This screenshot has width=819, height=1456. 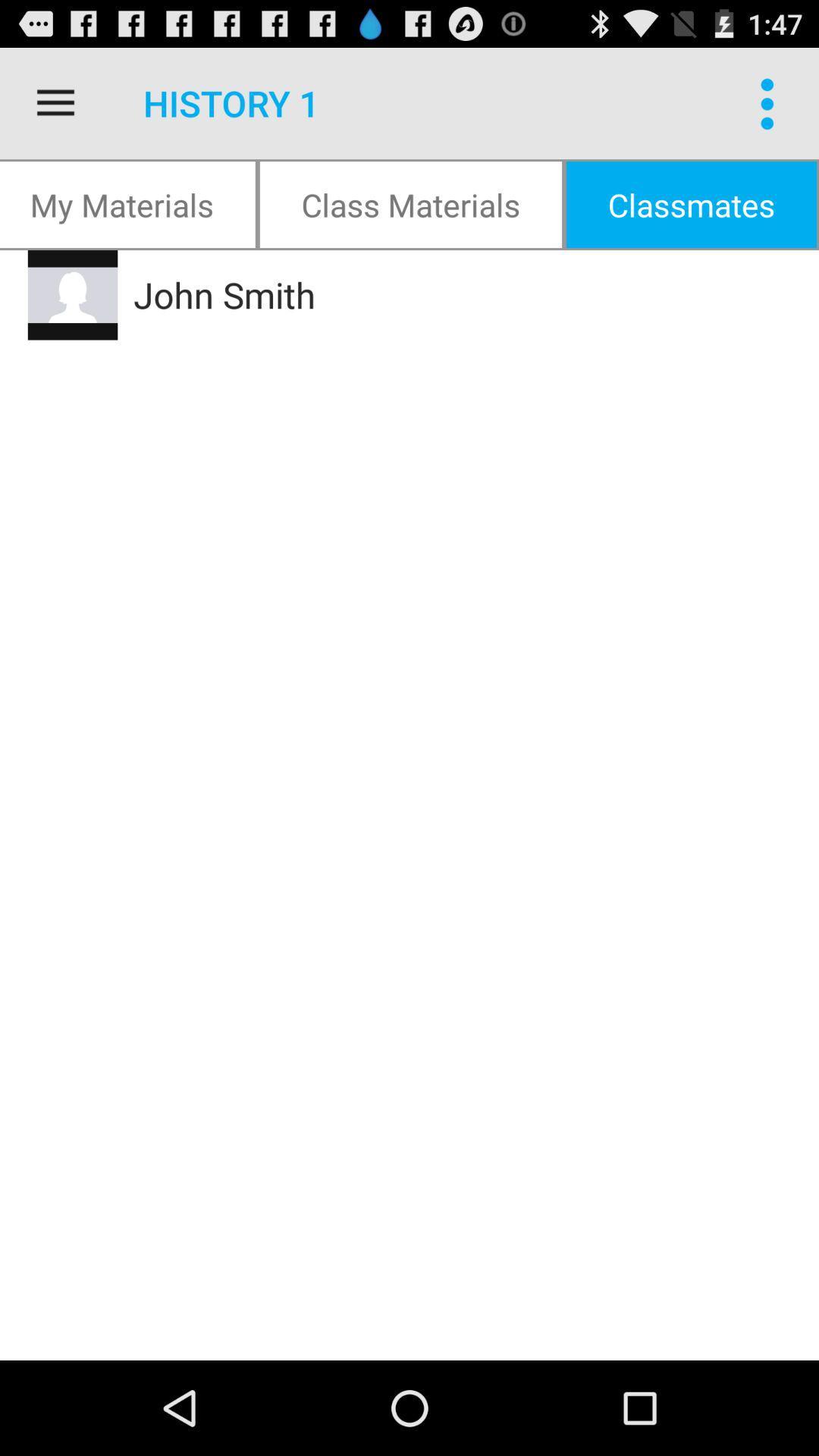 I want to click on the item above the my materials, so click(x=55, y=102).